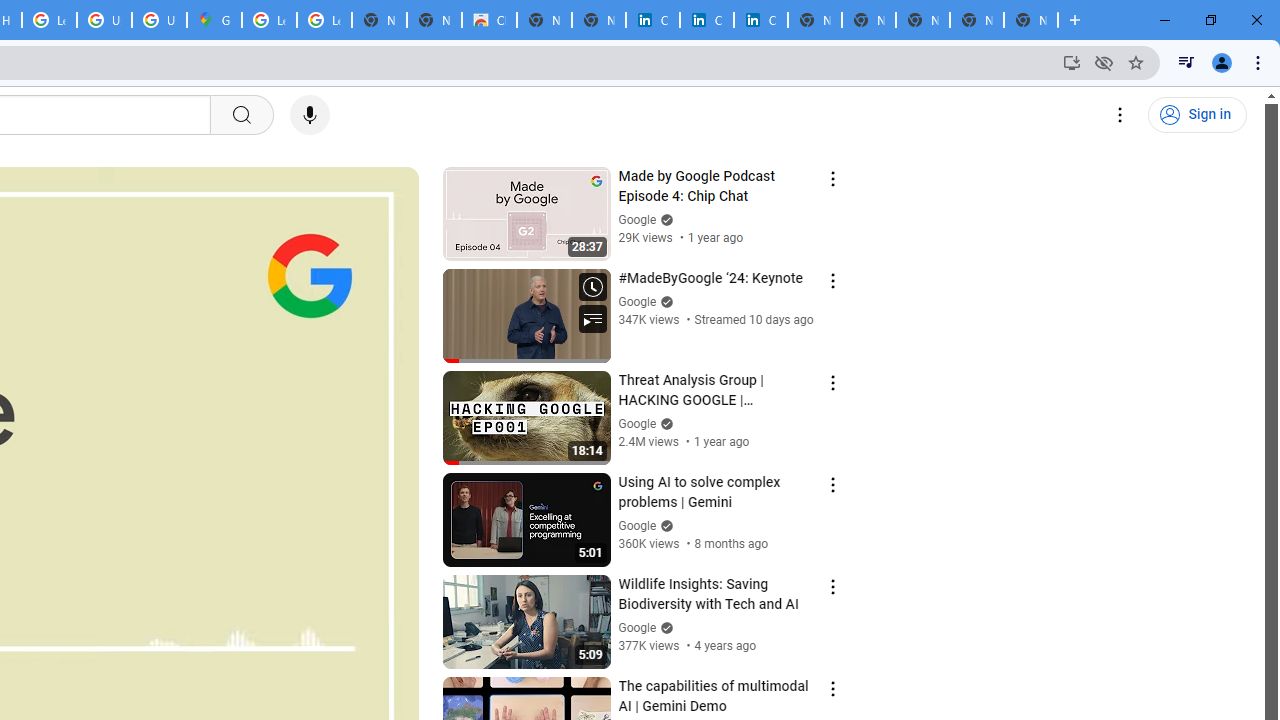 The height and width of the screenshot is (720, 1280). Describe the element at coordinates (664, 626) in the screenshot. I see `'Verified'` at that location.